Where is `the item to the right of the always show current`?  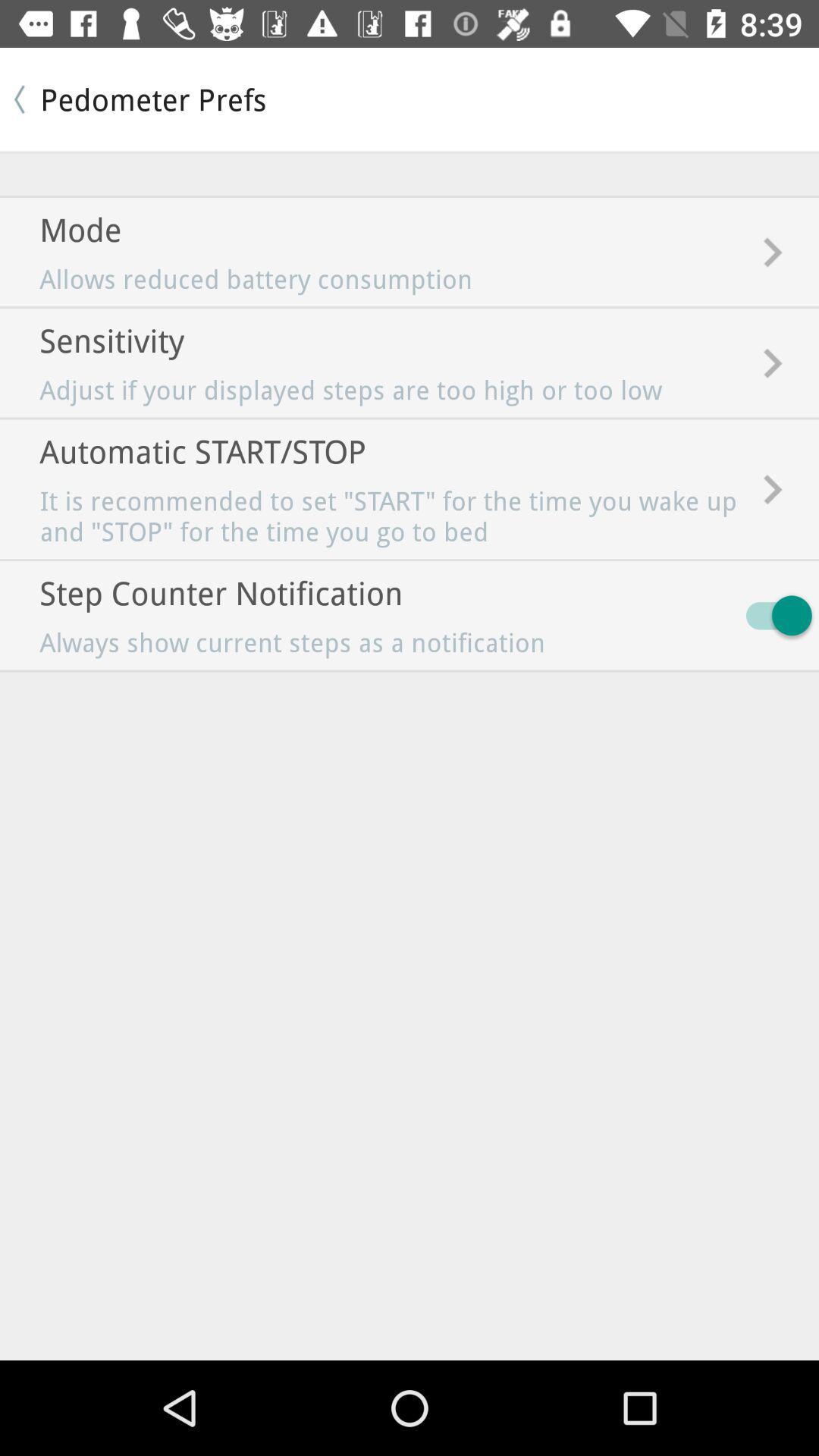 the item to the right of the always show current is located at coordinates (771, 615).